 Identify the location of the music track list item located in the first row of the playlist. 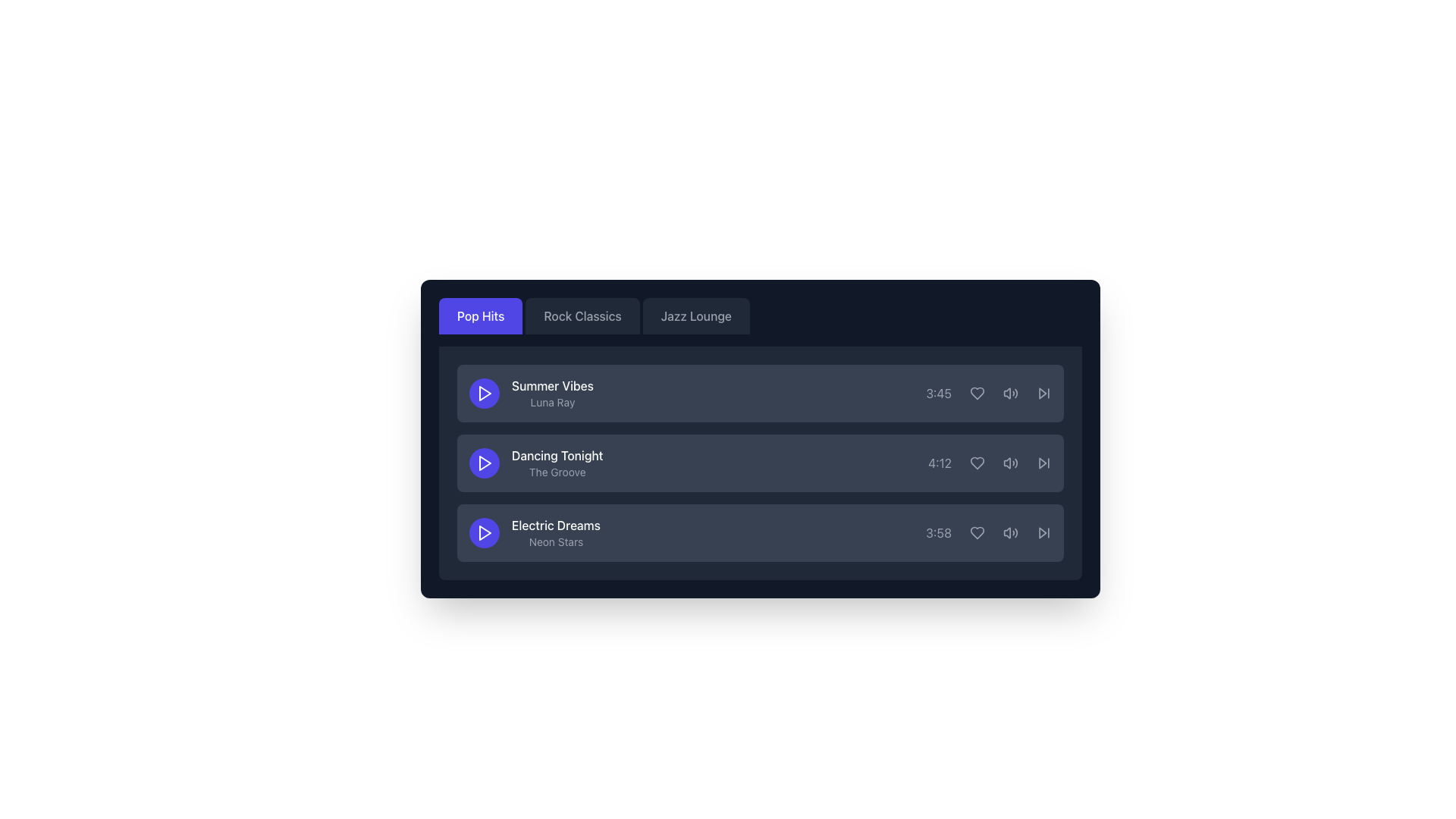
(761, 393).